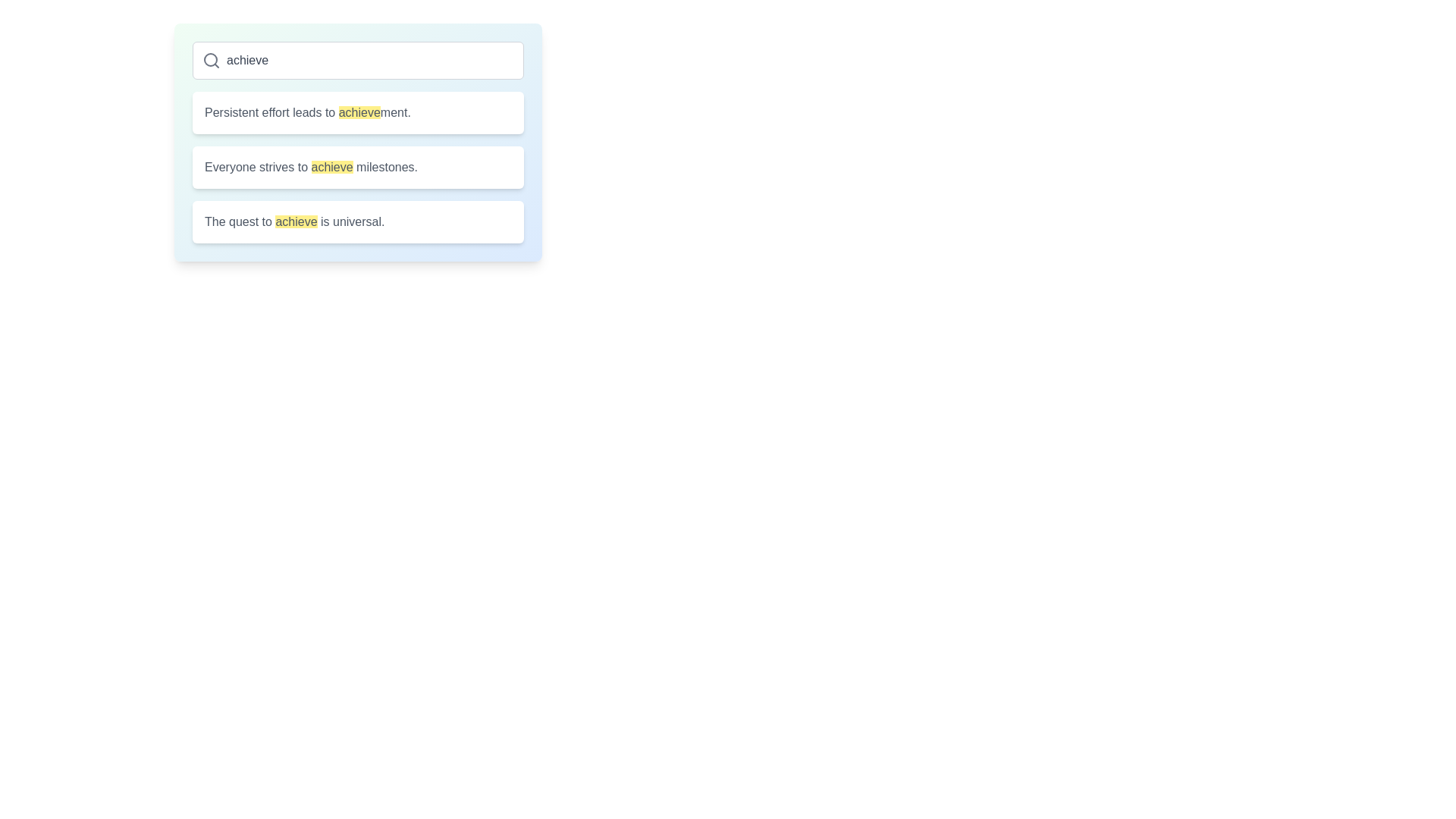  Describe the element at coordinates (258, 167) in the screenshot. I see `the text element that presents the phrase 'Everyone strives to', located on the left side of the sentence 'Everyone strives to achieve milestones.'` at that location.